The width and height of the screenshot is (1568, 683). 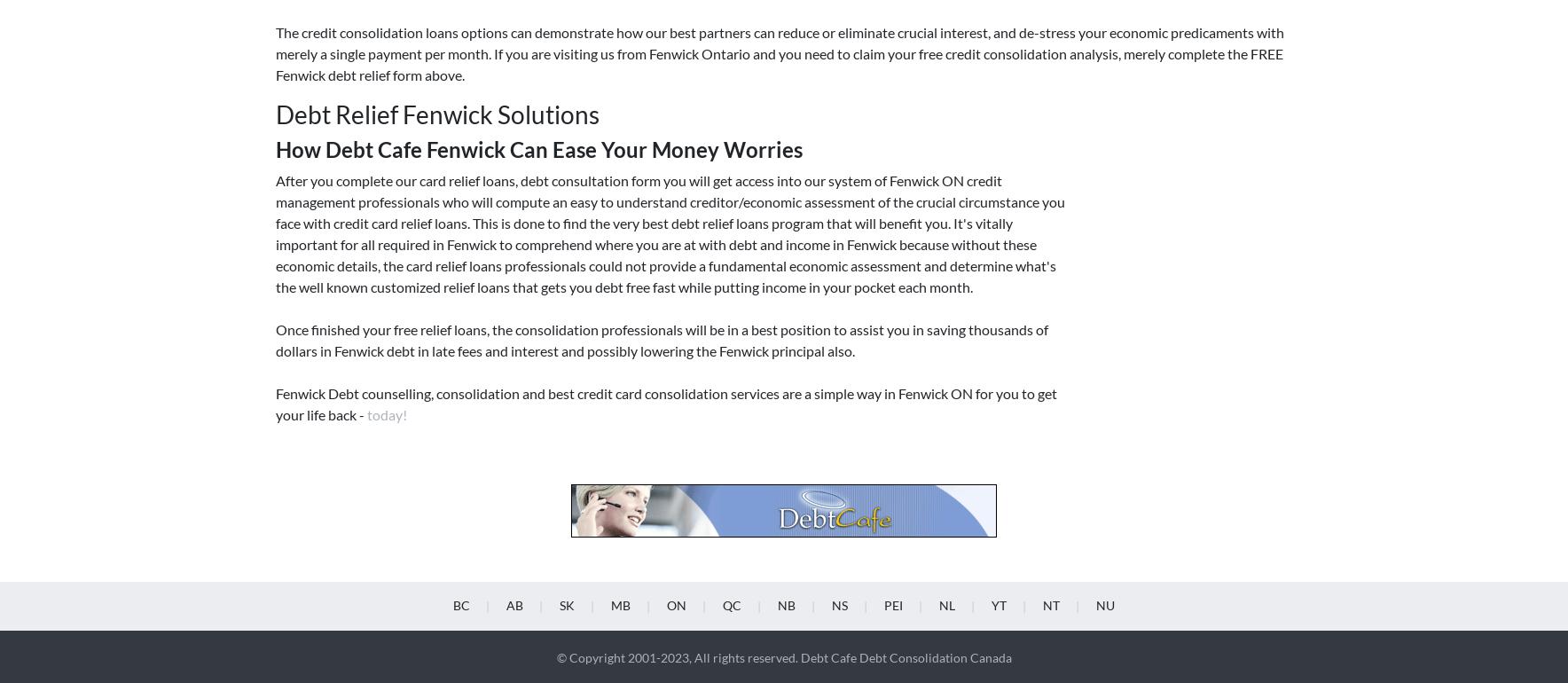 What do you see at coordinates (731, 303) in the screenshot?
I see `'Montreal'` at bounding box center [731, 303].